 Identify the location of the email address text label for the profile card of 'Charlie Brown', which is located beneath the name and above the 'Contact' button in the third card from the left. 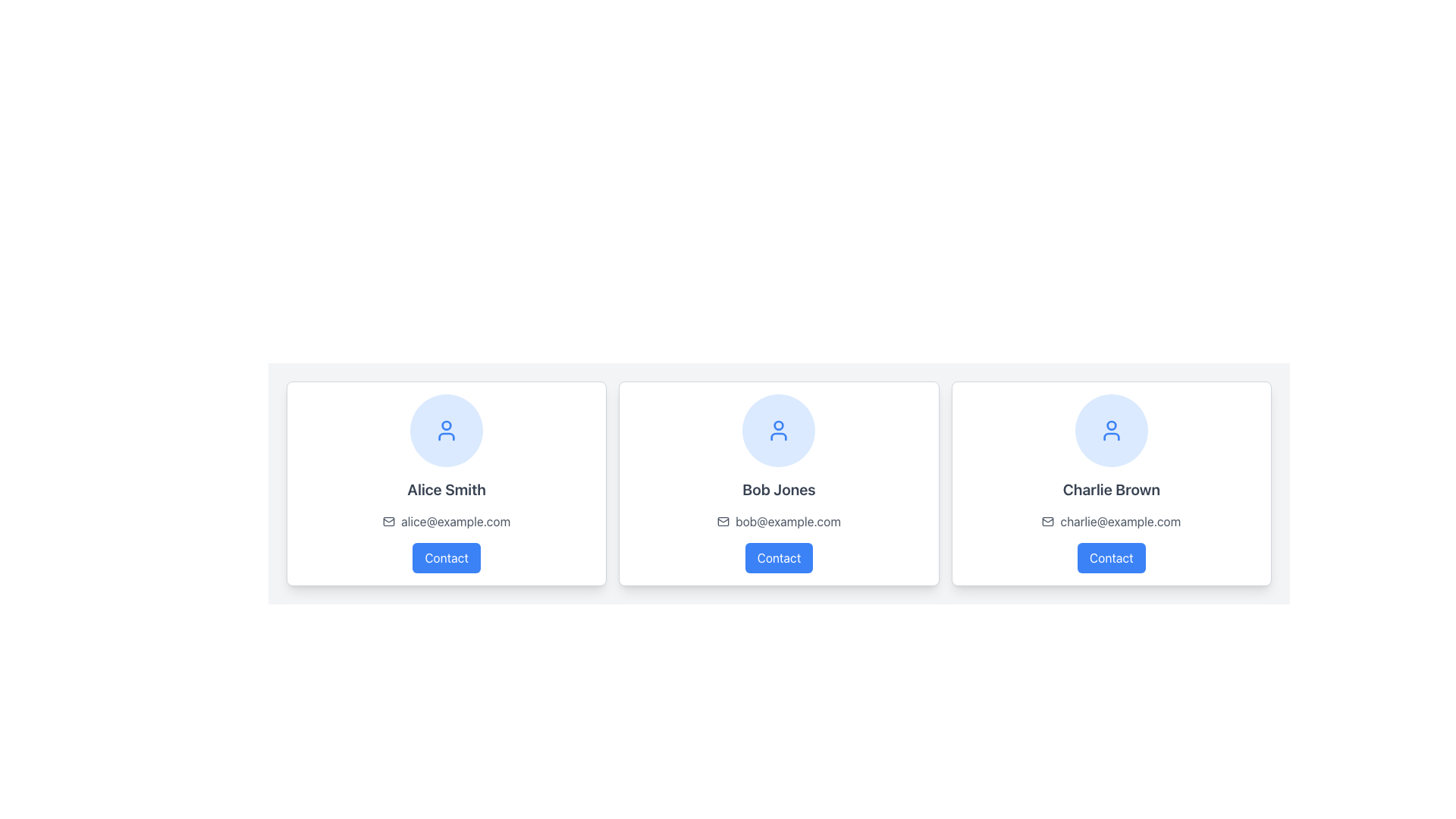
(1111, 520).